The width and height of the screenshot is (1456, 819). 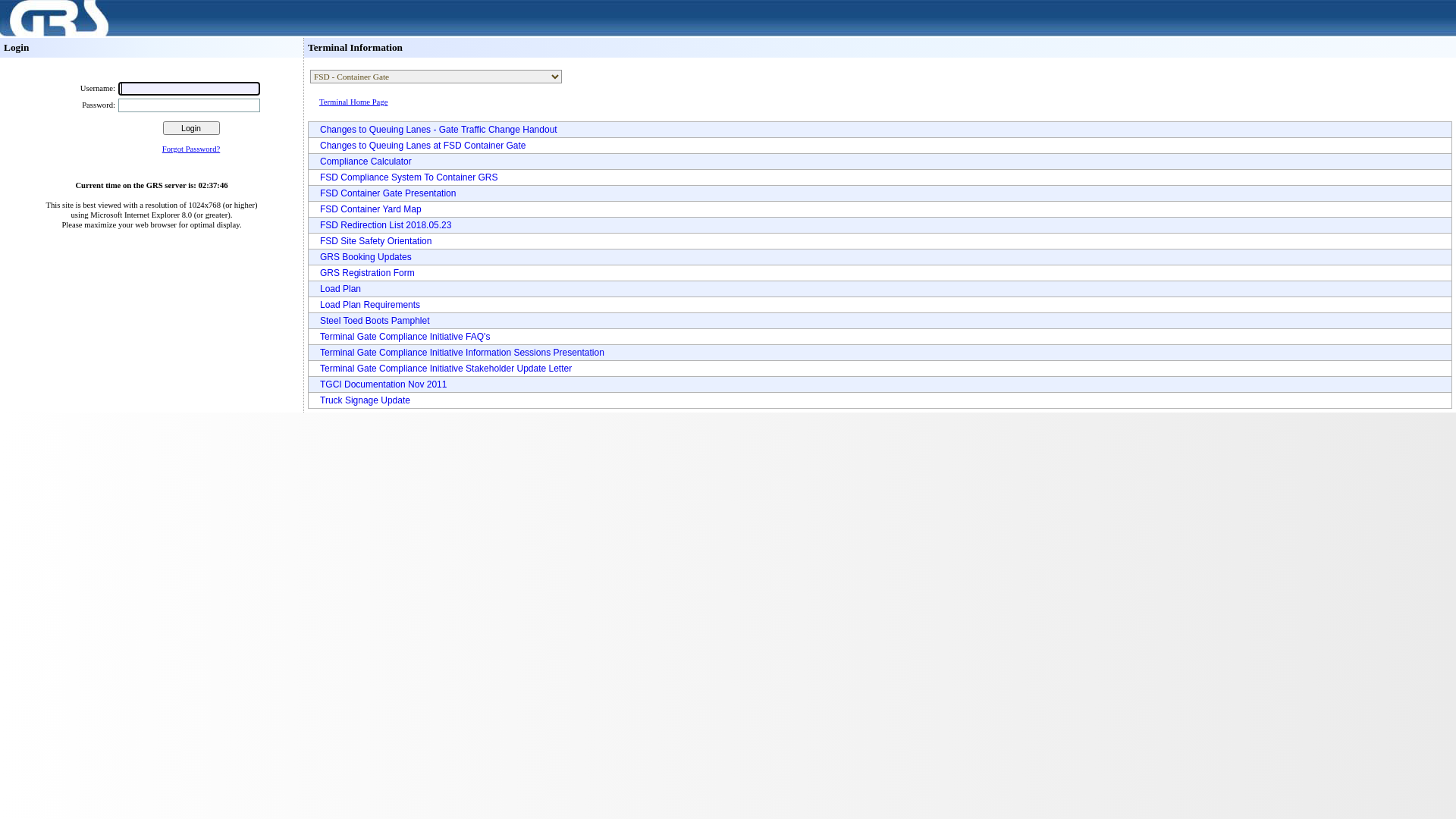 What do you see at coordinates (336, 289) in the screenshot?
I see `'Load Plan'` at bounding box center [336, 289].